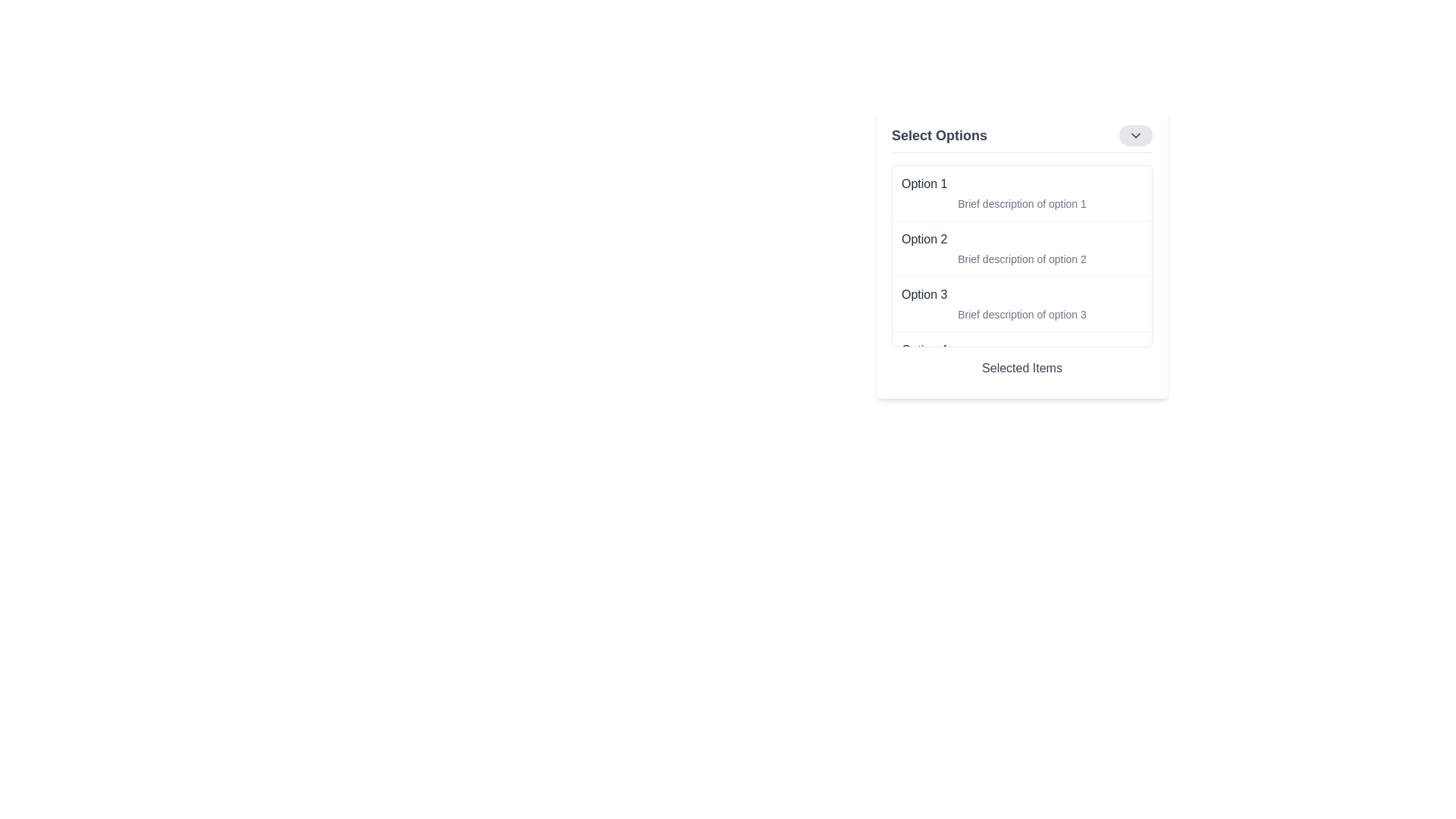 Image resolution: width=1456 pixels, height=819 pixels. I want to click on the third list item in the dropdown menu, so click(1022, 303).